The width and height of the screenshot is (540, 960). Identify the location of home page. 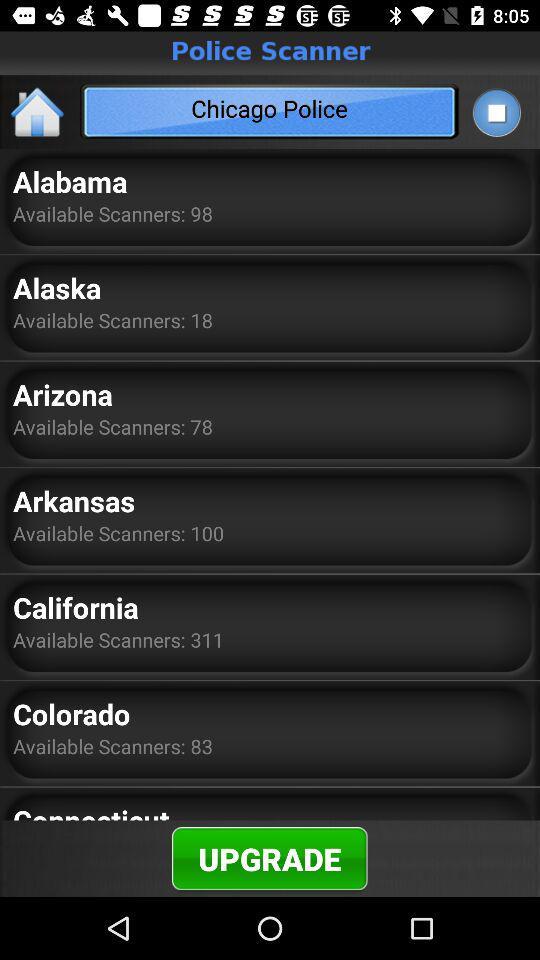
(38, 111).